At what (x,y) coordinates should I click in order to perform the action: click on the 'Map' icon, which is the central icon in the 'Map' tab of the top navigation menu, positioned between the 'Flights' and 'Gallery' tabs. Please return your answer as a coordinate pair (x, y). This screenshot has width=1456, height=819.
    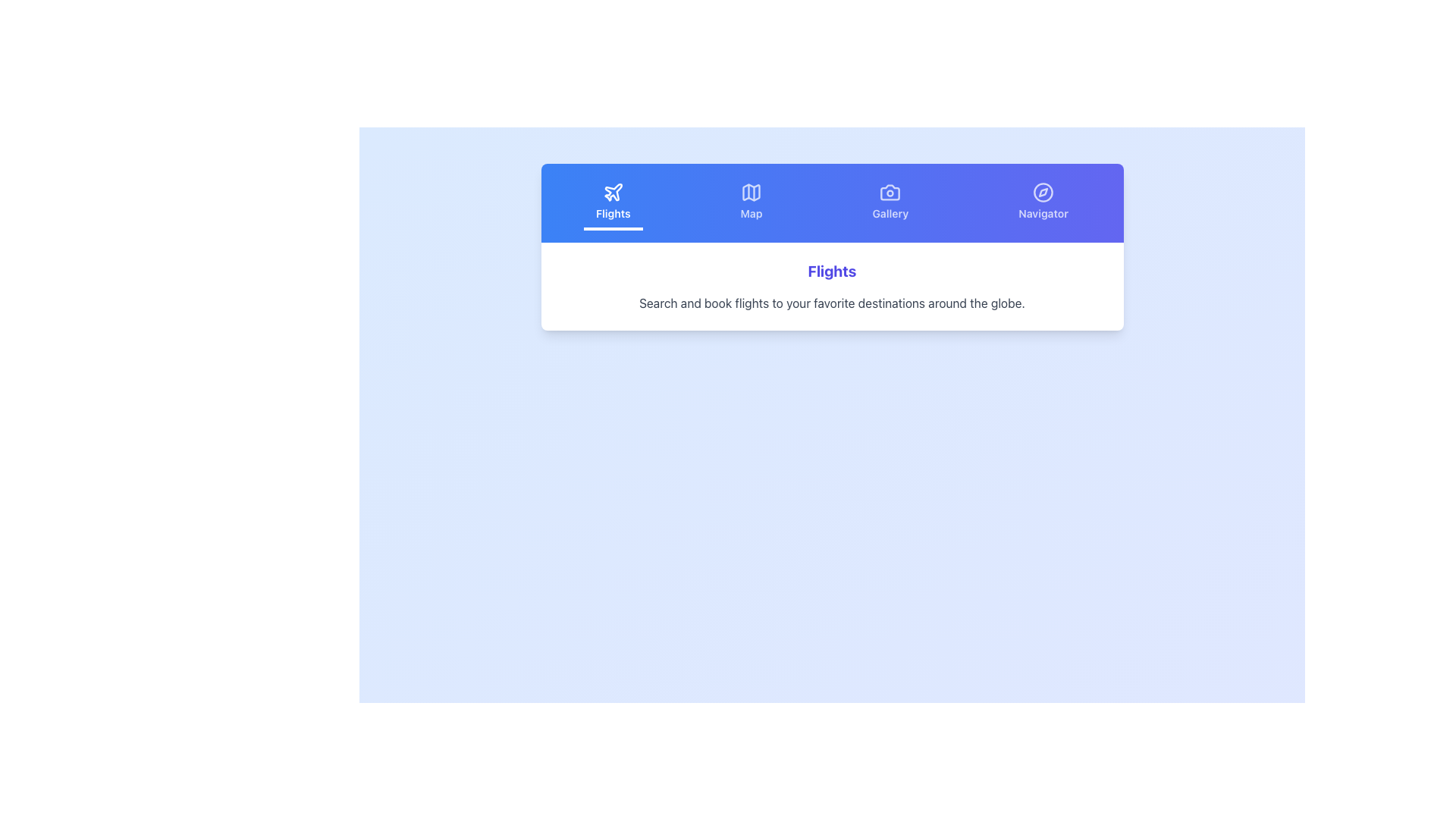
    Looking at the image, I should click on (752, 192).